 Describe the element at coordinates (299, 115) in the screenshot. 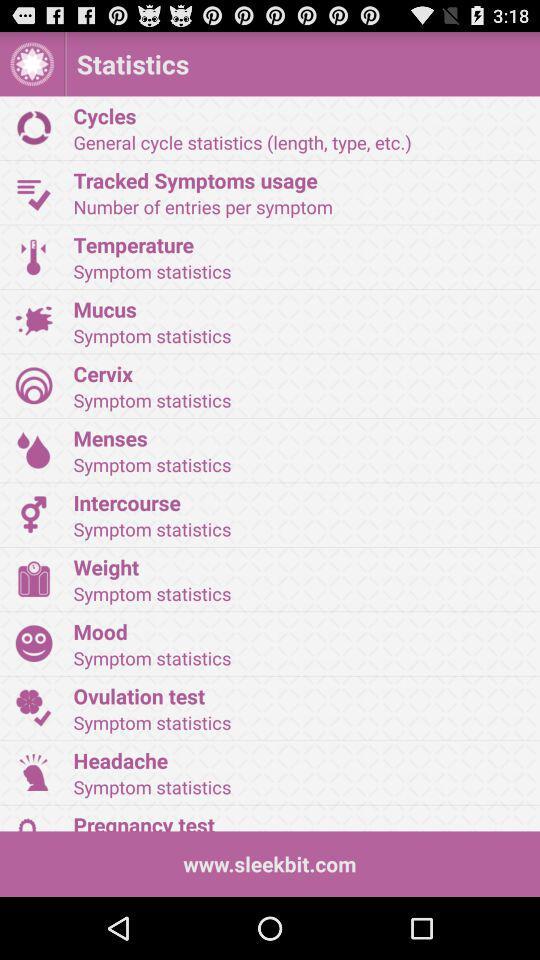

I see `the item below the statistics` at that location.